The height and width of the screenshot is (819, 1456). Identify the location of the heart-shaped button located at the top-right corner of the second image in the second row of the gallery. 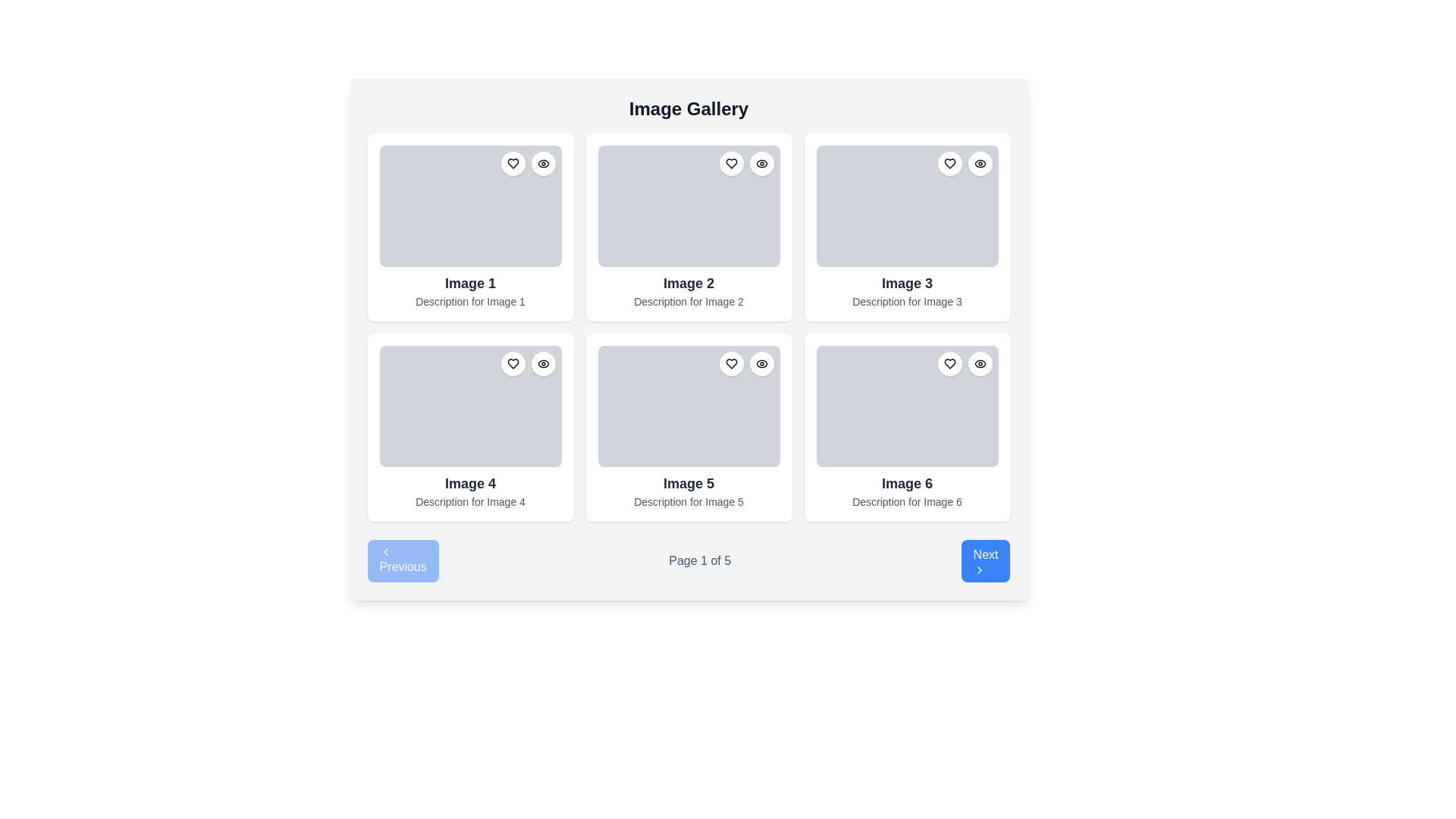
(731, 164).